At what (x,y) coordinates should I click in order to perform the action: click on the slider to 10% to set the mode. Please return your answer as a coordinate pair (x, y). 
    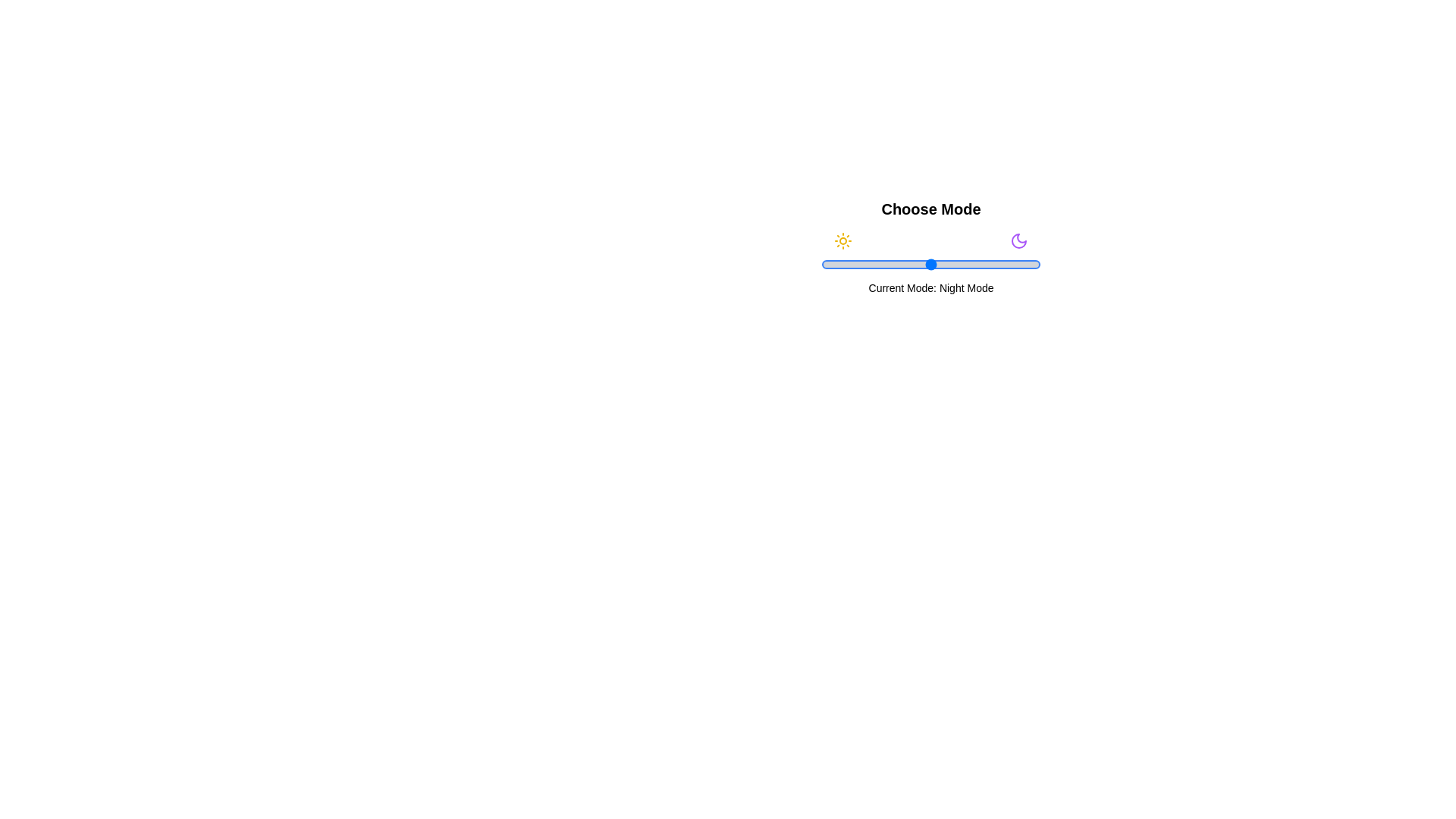
    Looking at the image, I should click on (843, 263).